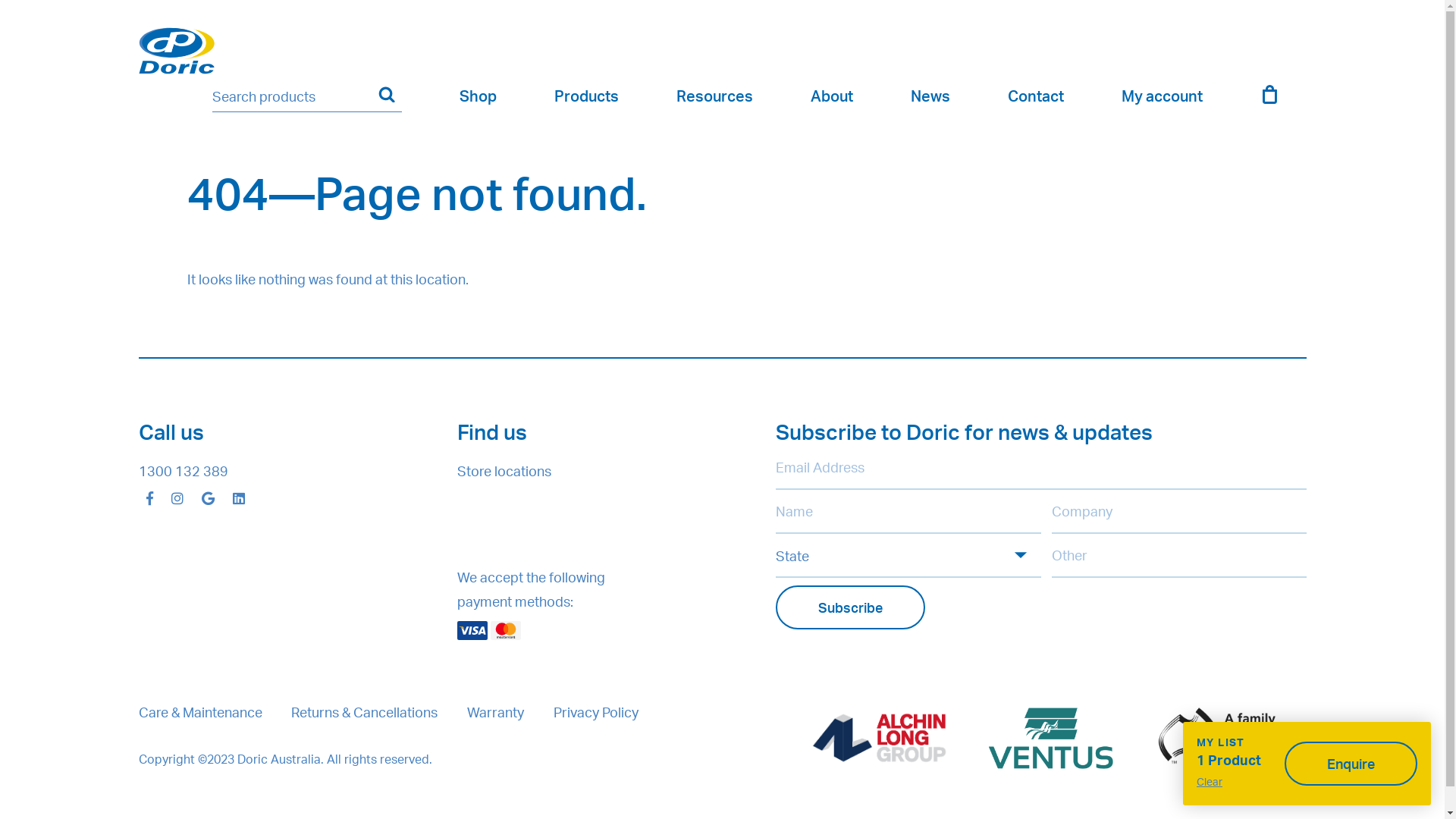 The height and width of the screenshot is (819, 1456). What do you see at coordinates (595, 711) in the screenshot?
I see `'Privacy Policy'` at bounding box center [595, 711].